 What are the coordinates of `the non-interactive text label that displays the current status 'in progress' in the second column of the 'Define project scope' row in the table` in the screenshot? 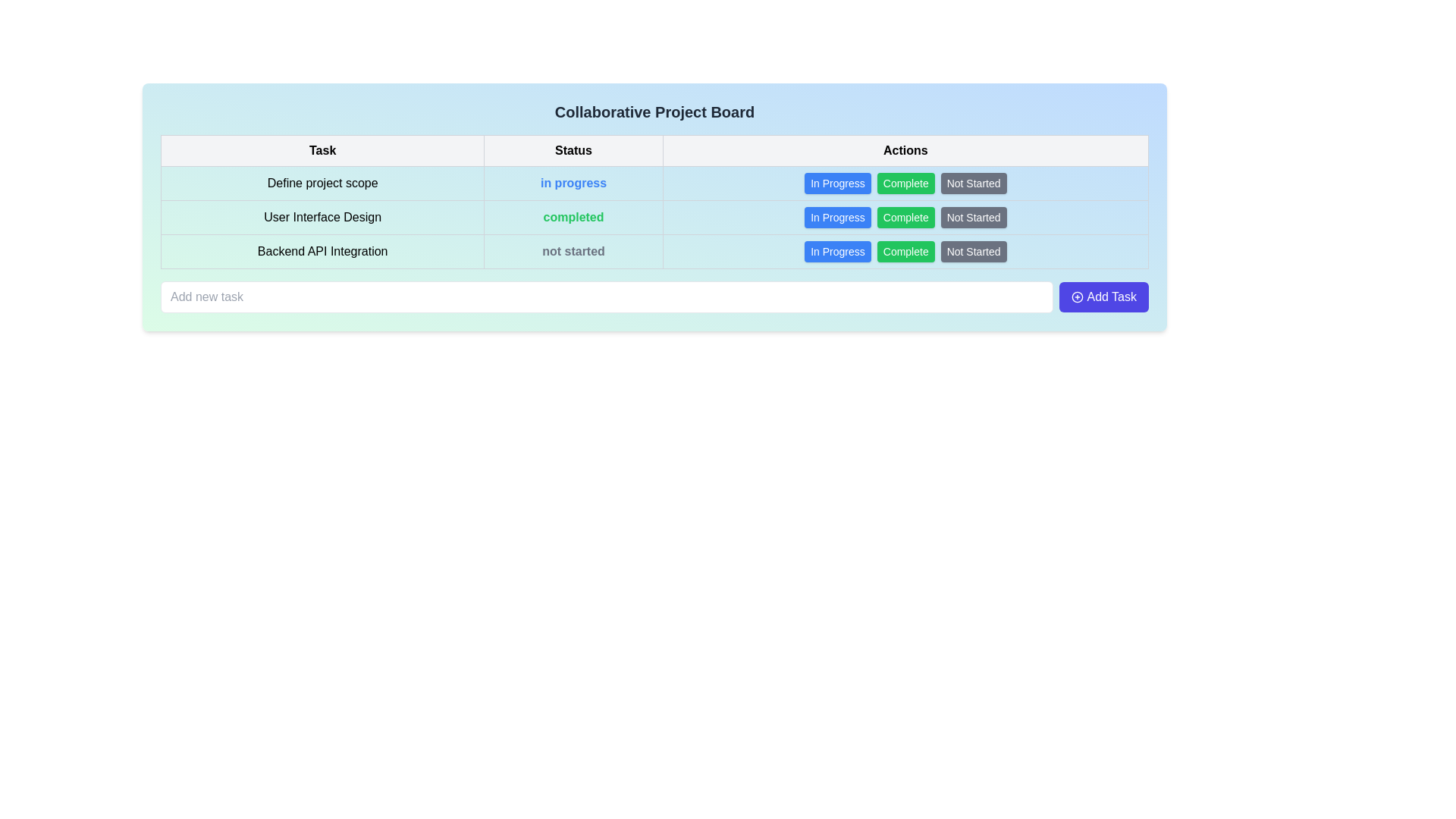 It's located at (573, 183).